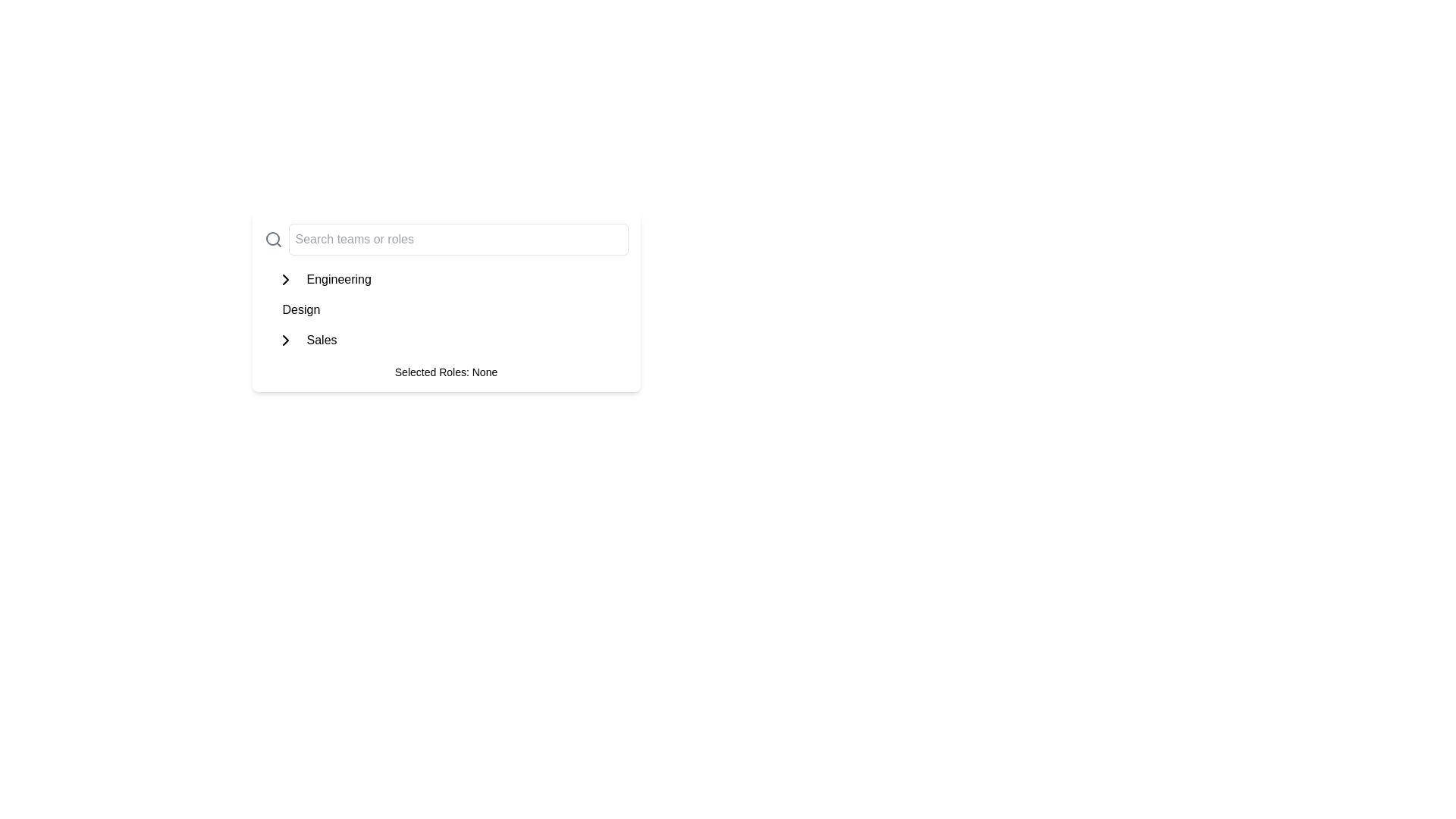  I want to click on the chevron icon indicating expandability for the 'Sales' item to trigger tooltip or highlighting, so click(285, 339).